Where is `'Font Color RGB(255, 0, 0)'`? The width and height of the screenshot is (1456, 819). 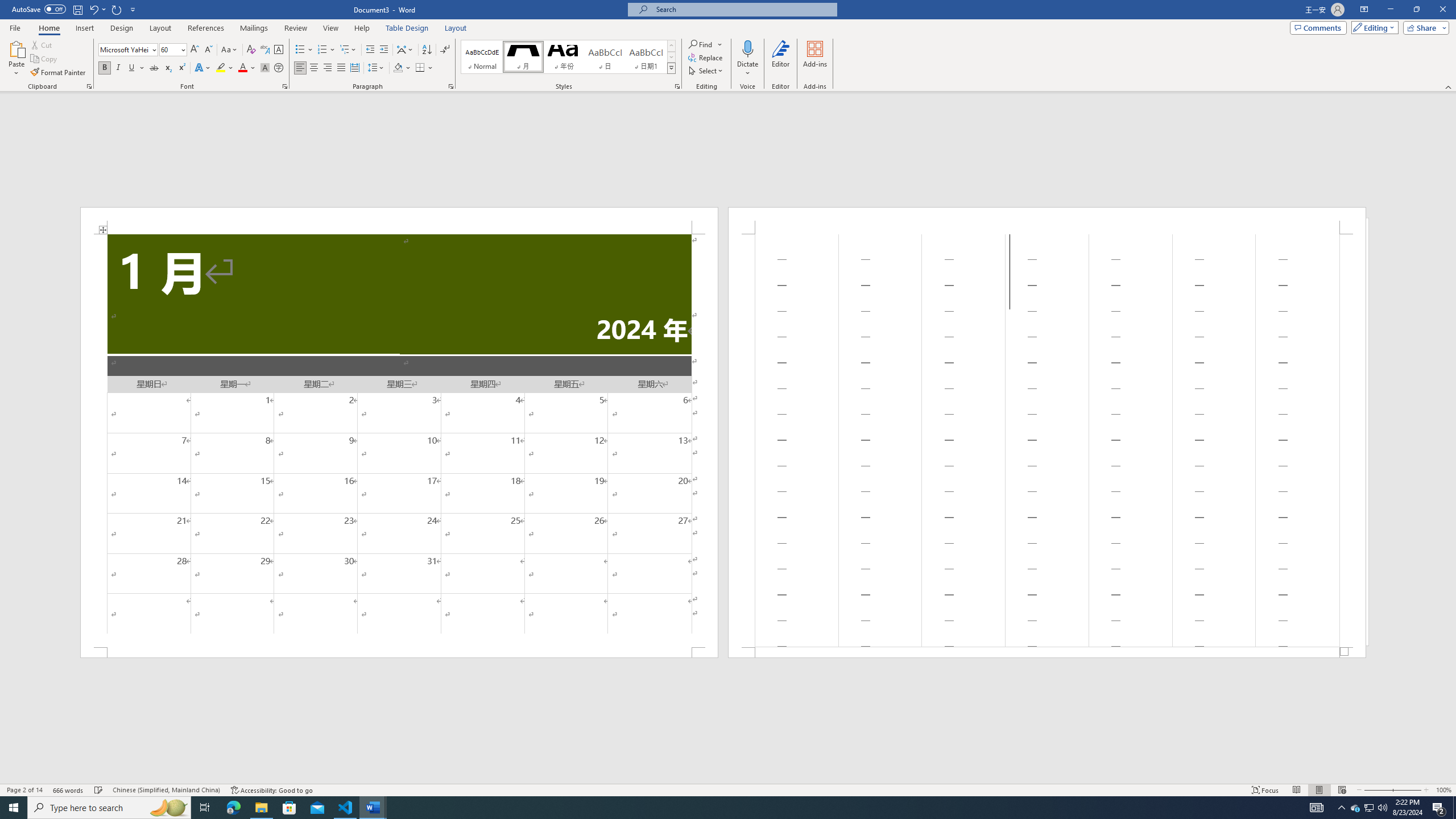 'Font Color RGB(255, 0, 0)' is located at coordinates (242, 67).